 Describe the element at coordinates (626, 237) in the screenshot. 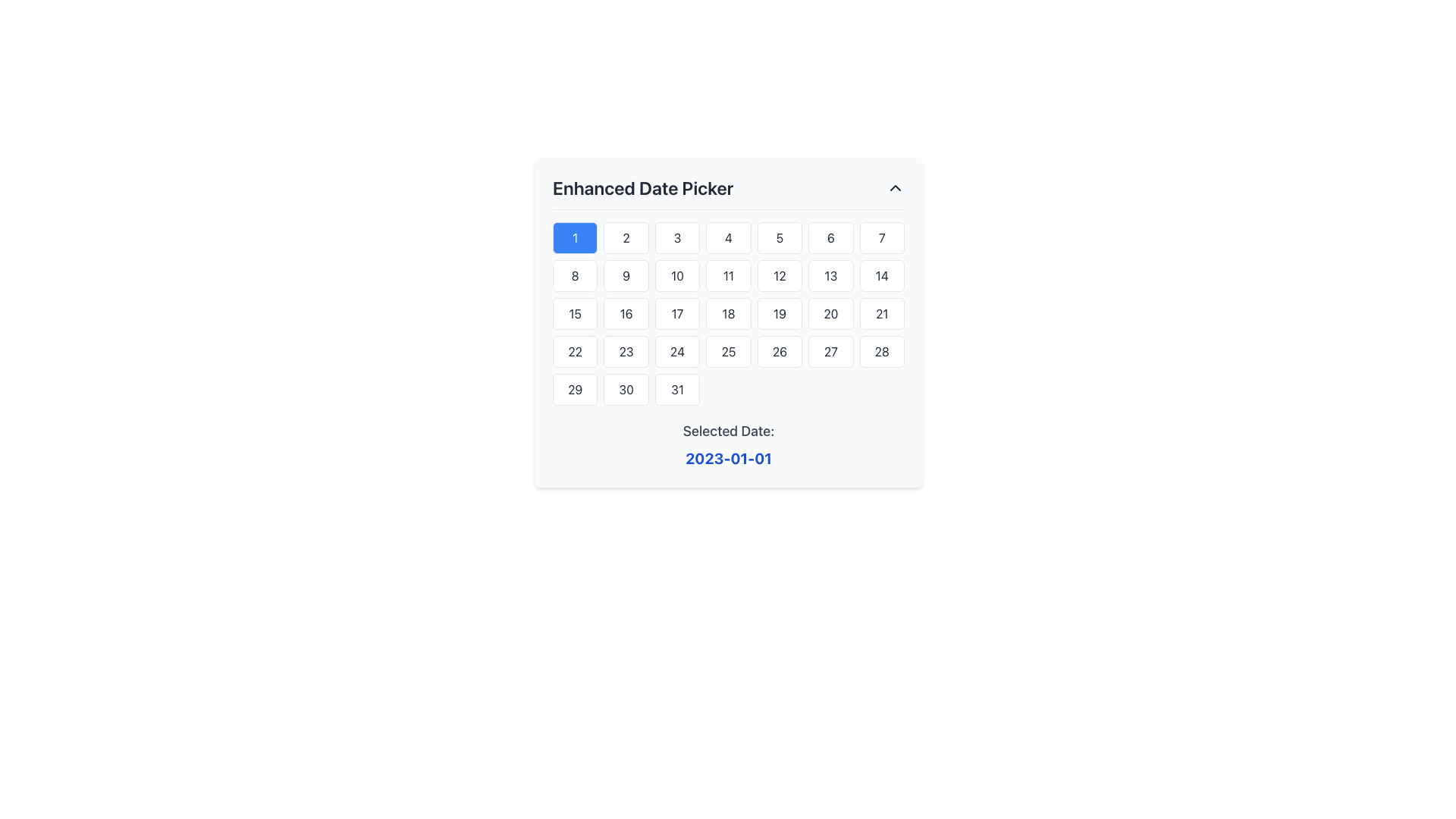

I see `the calendar date picker button which is positioned to the right of the button displaying '1' and to the left of the button displaying '3'` at that location.